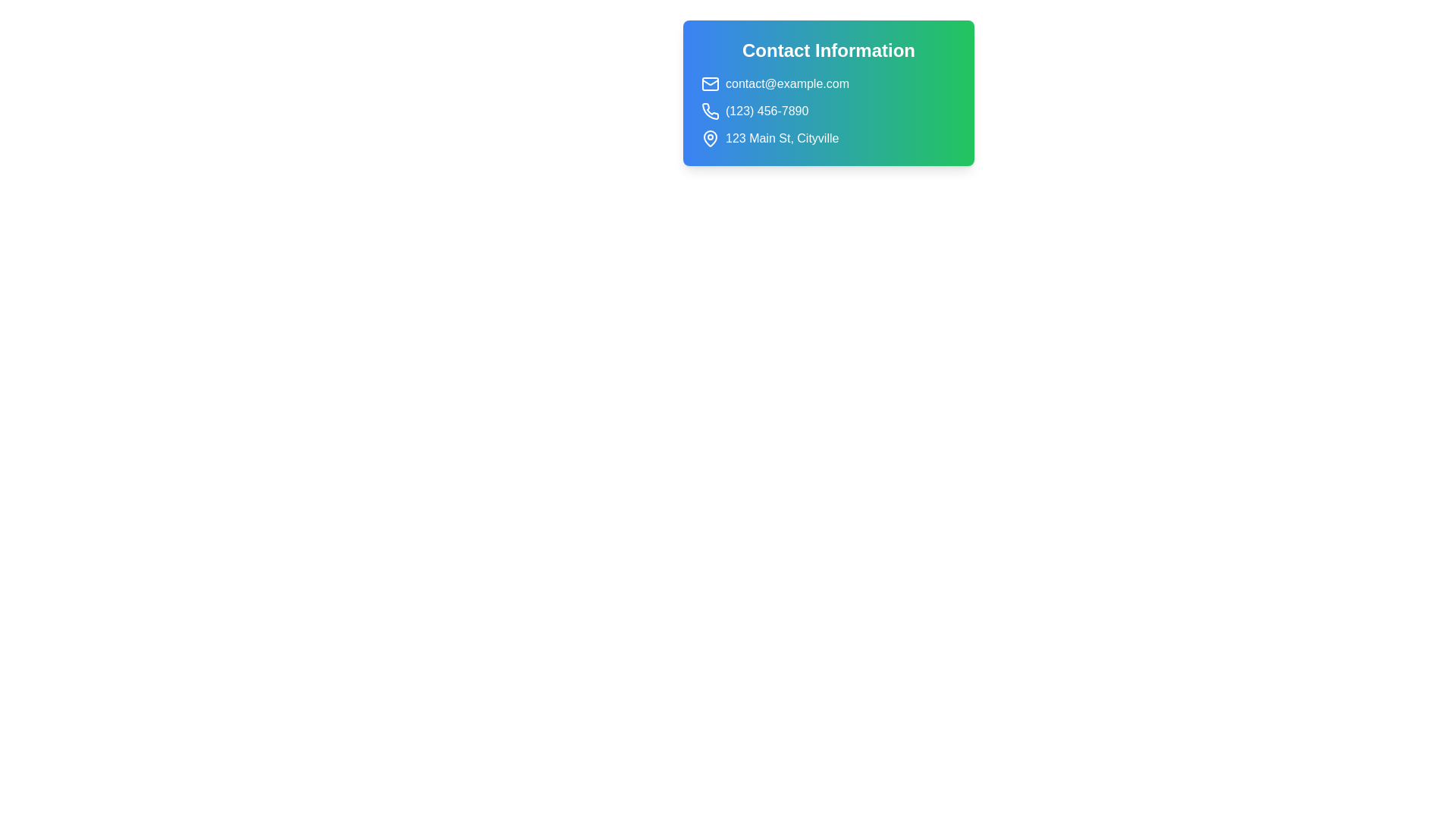  I want to click on the map pin icon that visually indicates the address '123 Main St, Cityville', which is the first icon on the line displaying this address, located to the left of the text, so click(709, 138).